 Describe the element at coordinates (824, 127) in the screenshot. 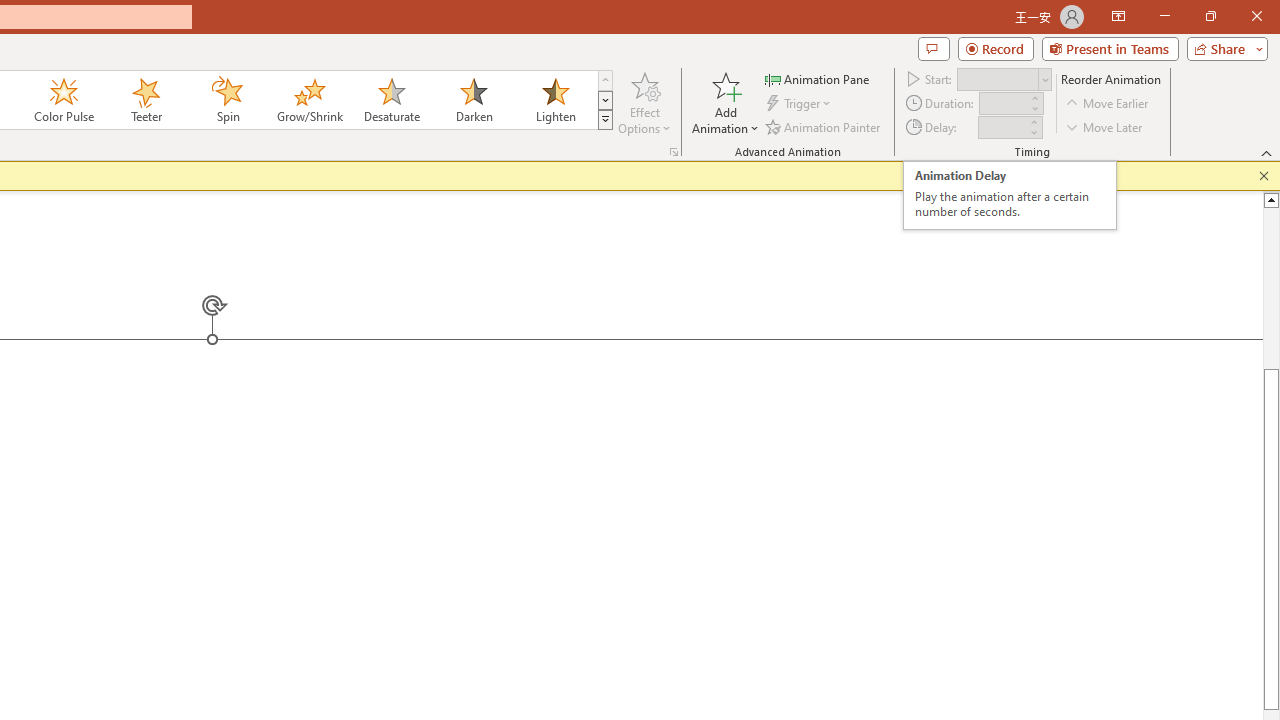

I see `'Animation Painter'` at that location.